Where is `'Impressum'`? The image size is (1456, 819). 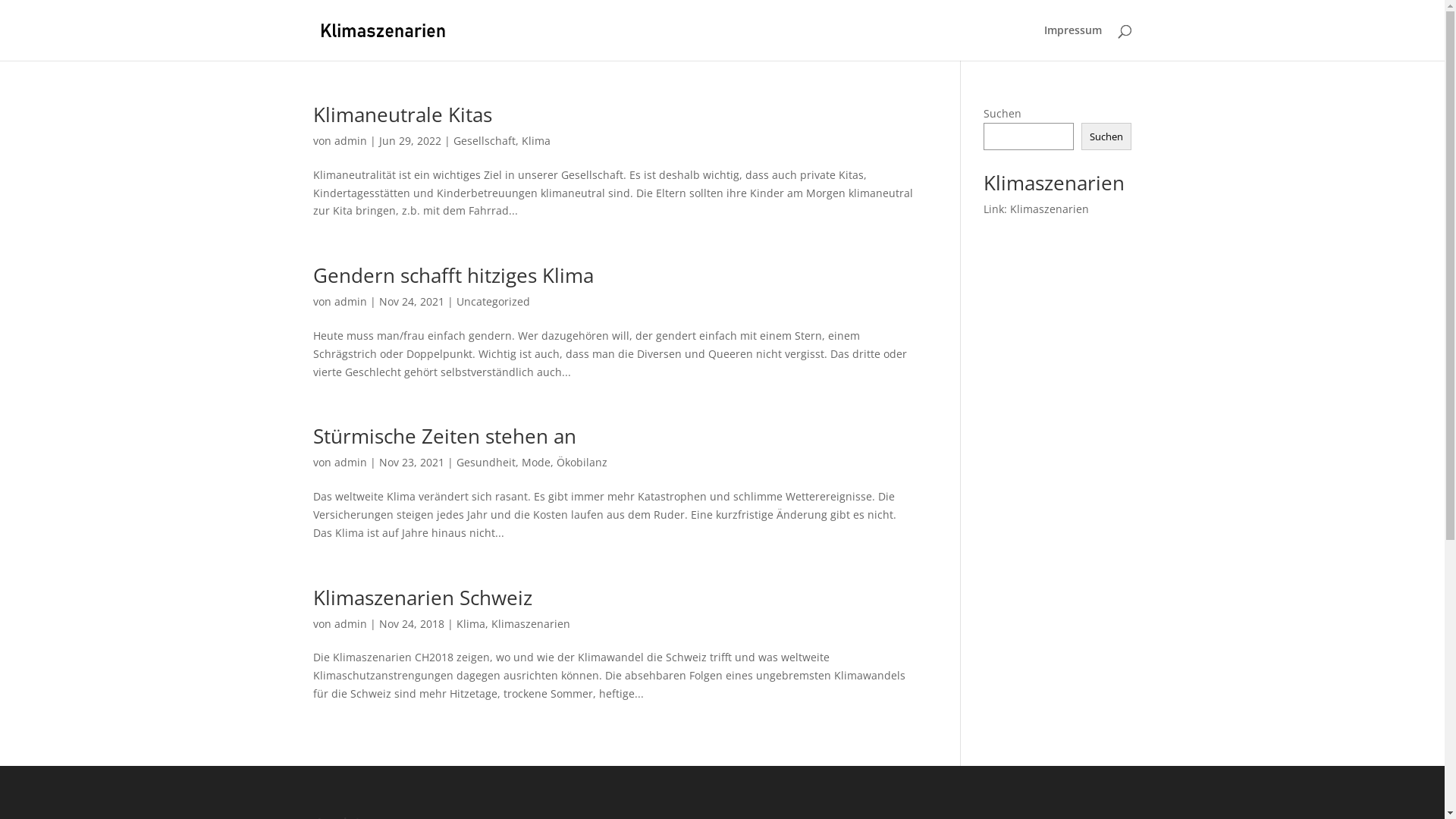 'Impressum' is located at coordinates (1072, 42).